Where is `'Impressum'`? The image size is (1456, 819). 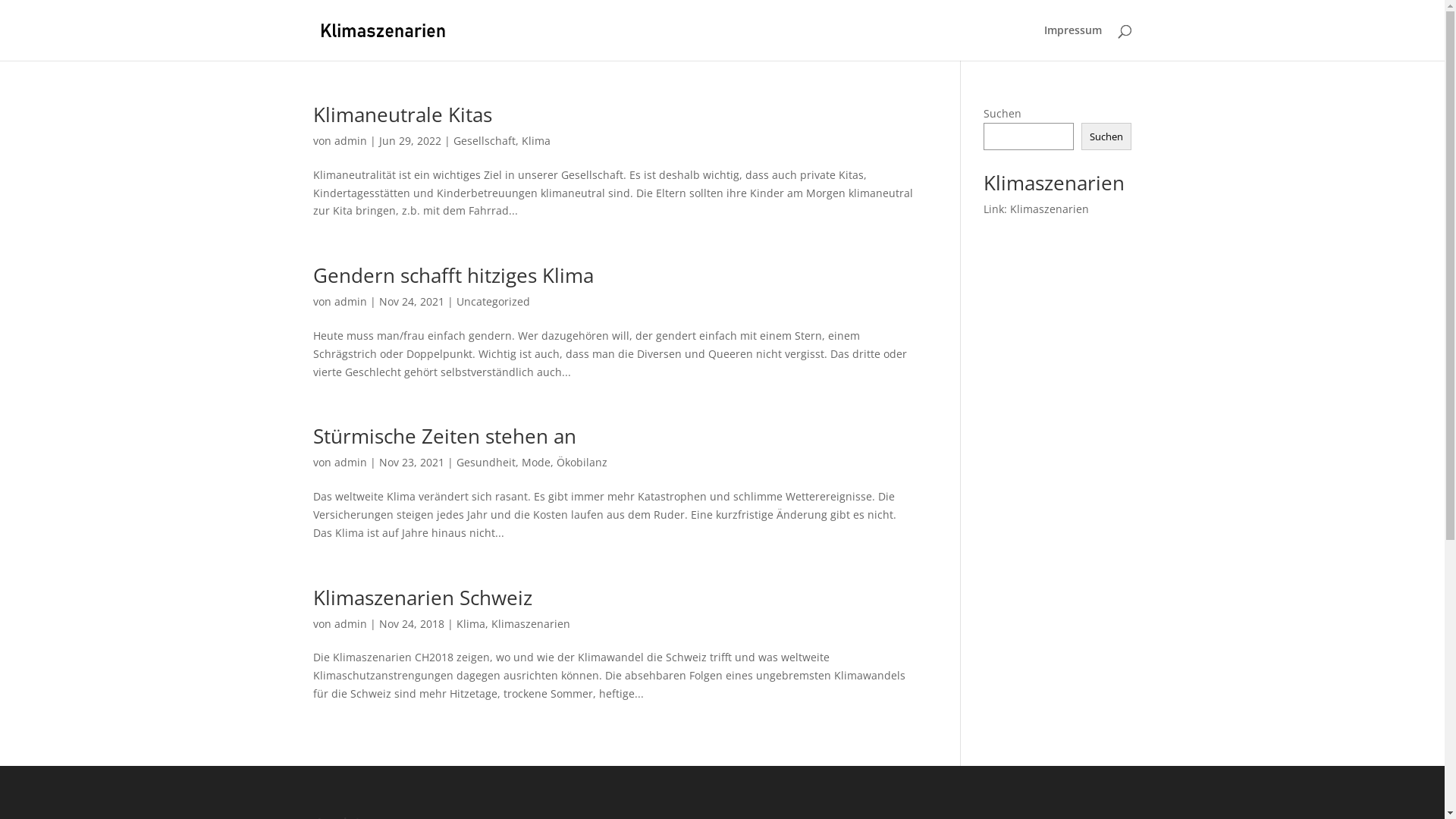 'Impressum' is located at coordinates (1072, 42).